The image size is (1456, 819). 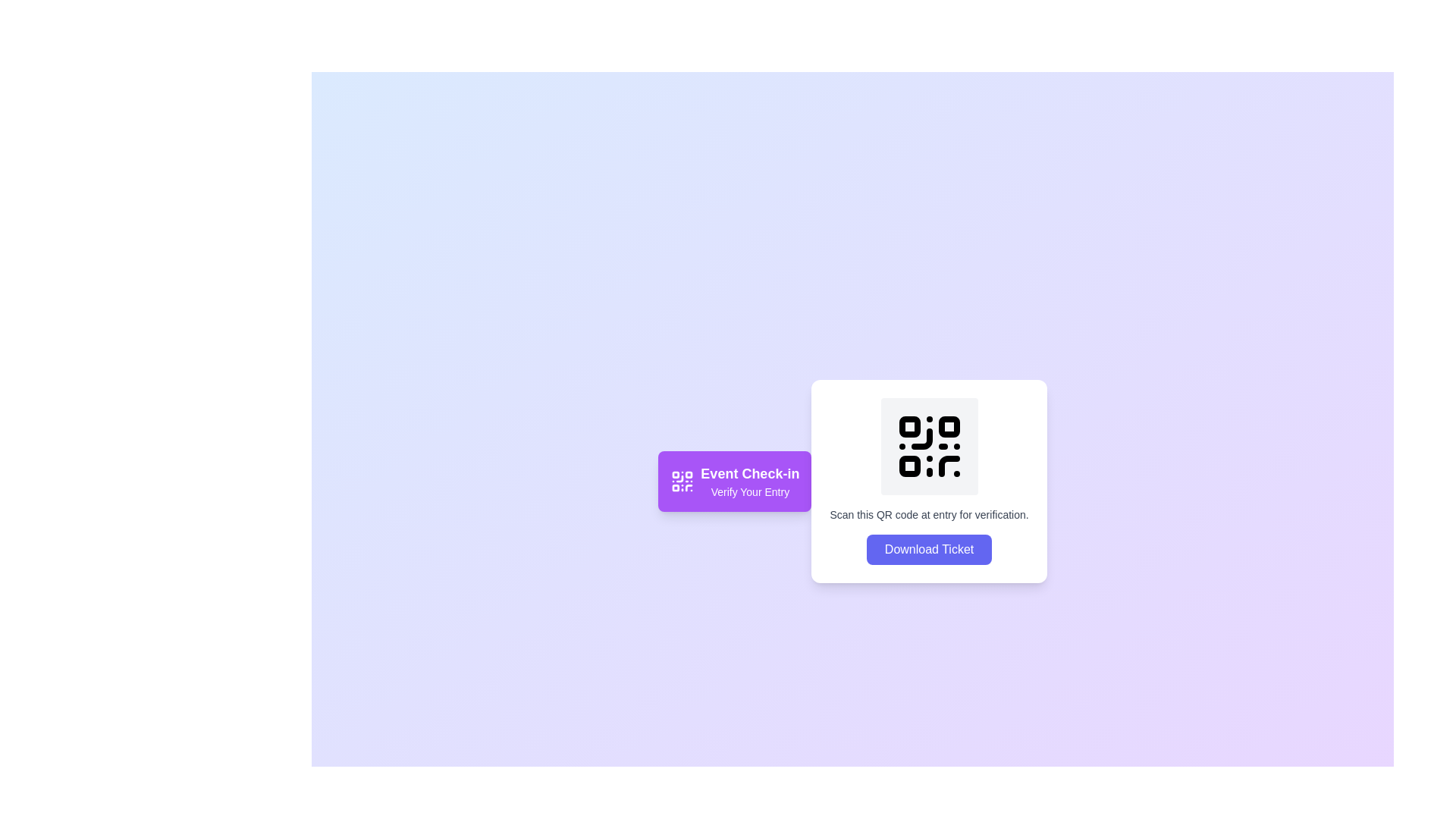 What do you see at coordinates (750, 491) in the screenshot?
I see `the Text label providing context for the 'Event Check-in' process, which is positioned below the 'Event Check-in' text within a vertically arranged card` at bounding box center [750, 491].